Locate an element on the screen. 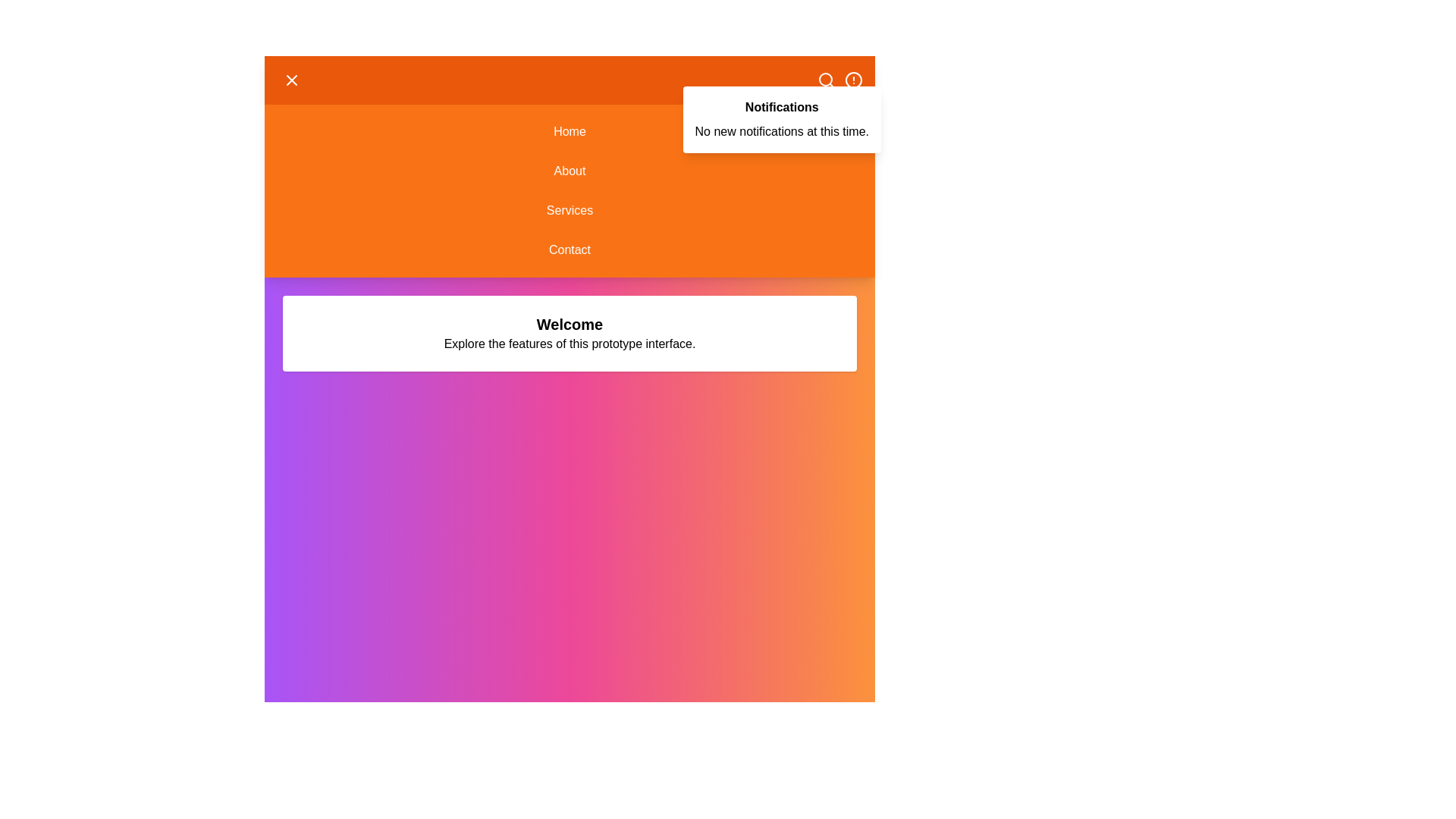 The image size is (1456, 819). the Services menu option is located at coordinates (569, 210).